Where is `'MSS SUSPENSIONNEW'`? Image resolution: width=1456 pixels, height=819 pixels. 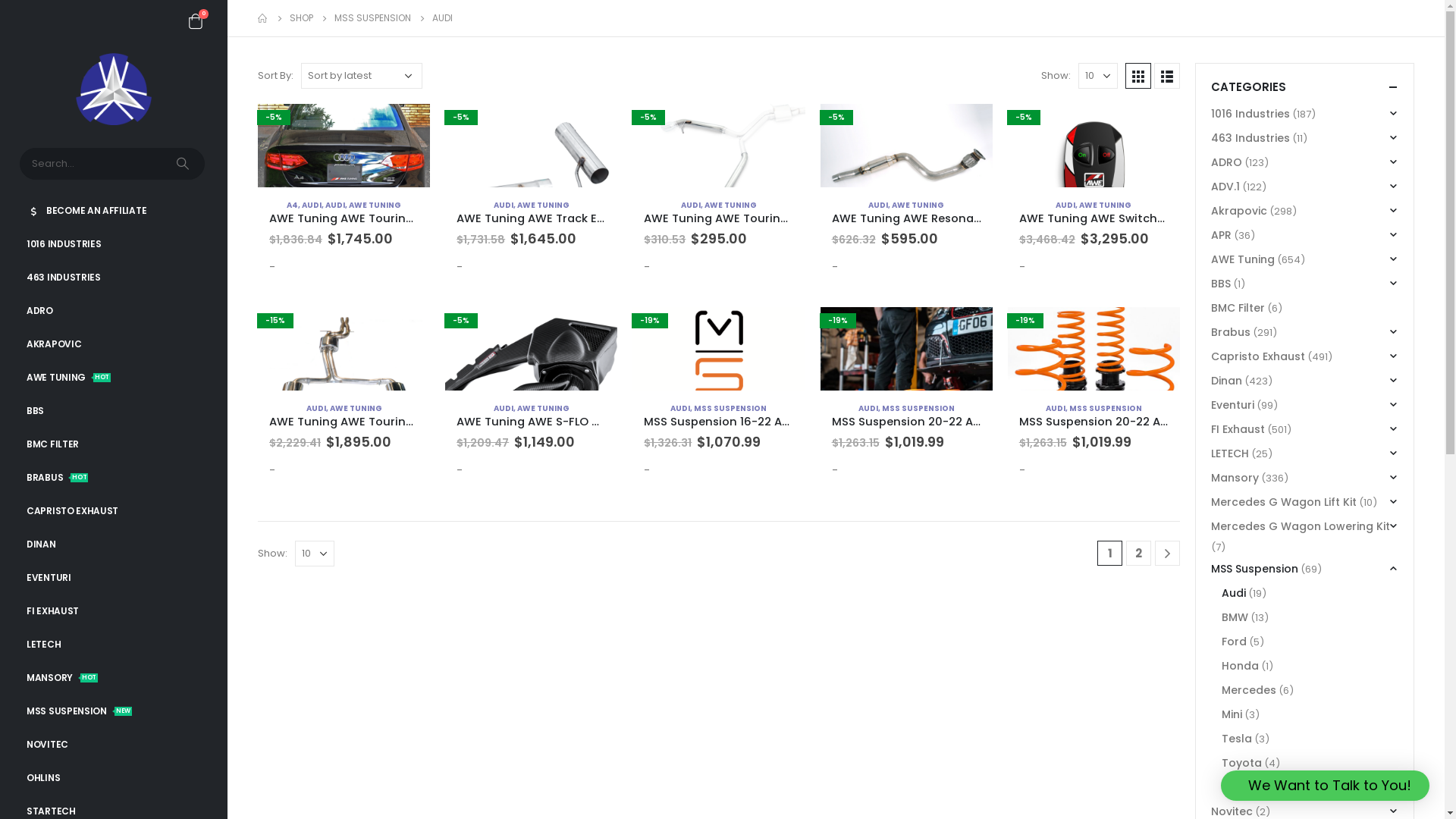
'MSS SUSPENSIONNEW' is located at coordinates (22, 711).